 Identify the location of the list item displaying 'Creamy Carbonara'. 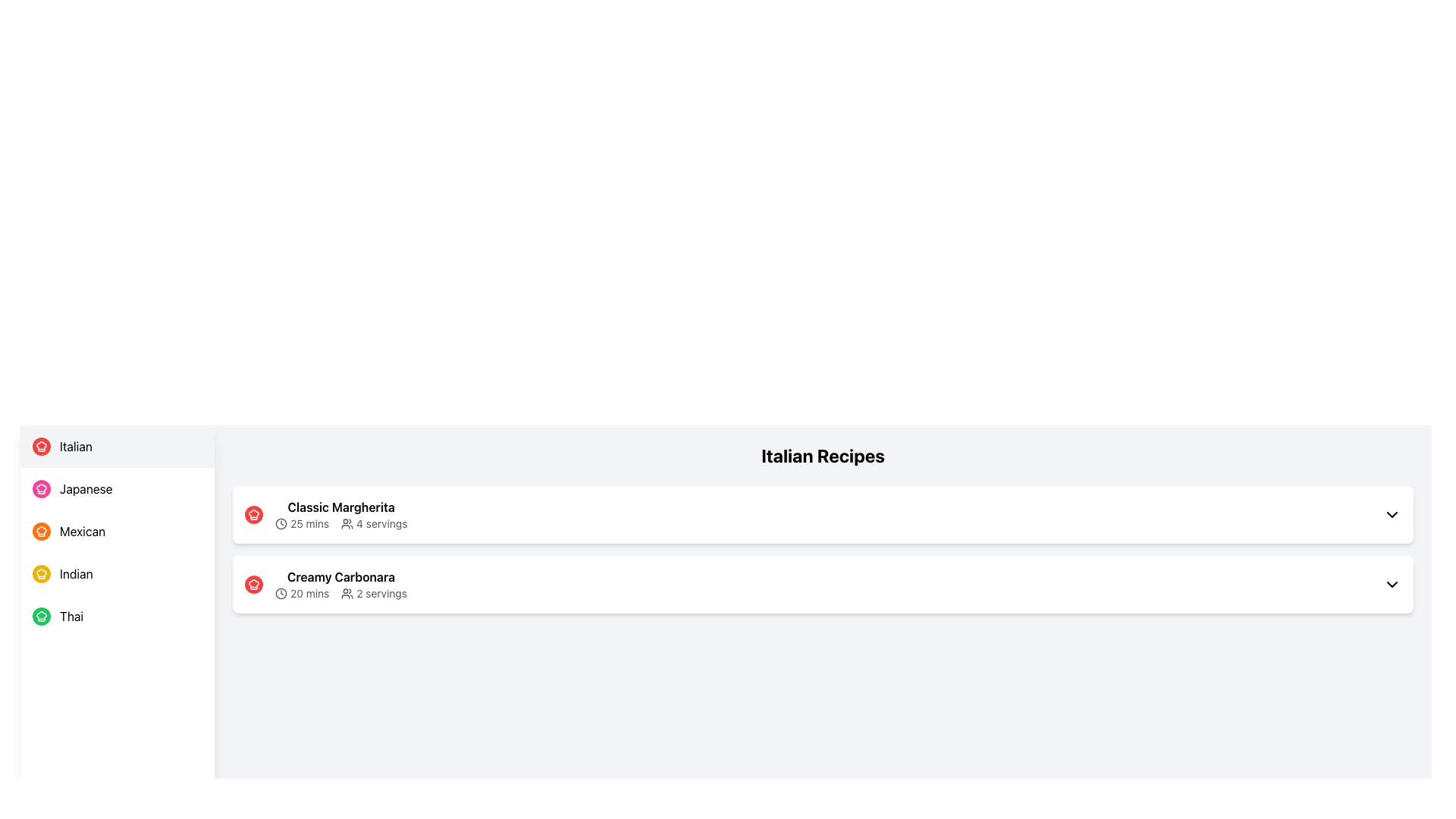
(340, 584).